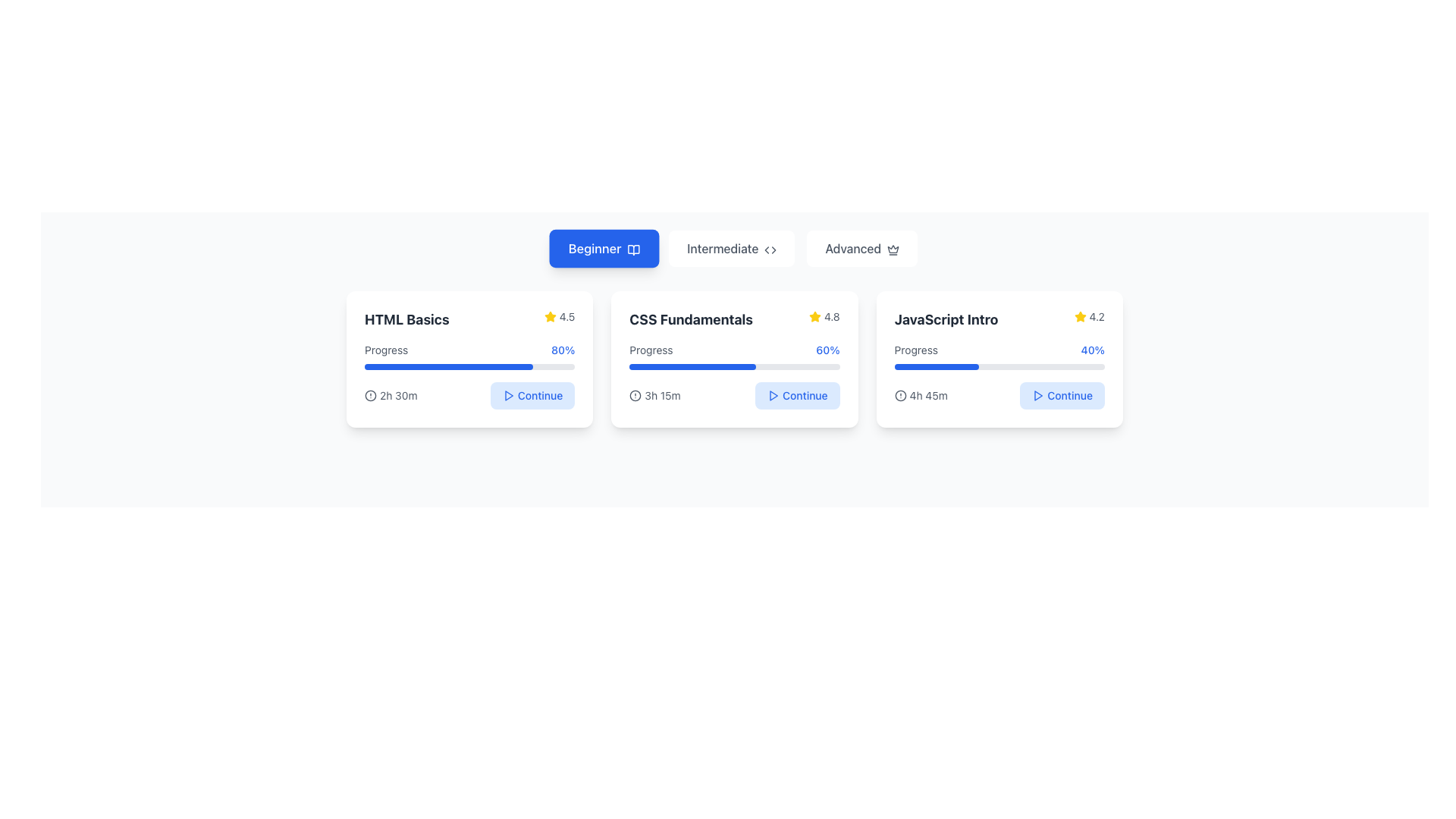 This screenshot has height=819, width=1456. Describe the element at coordinates (735, 356) in the screenshot. I see `progress percentage from the progress bar located in the 'CSS Fundamentals' card, which is situated in the second column of the grid, centered below the header` at that location.